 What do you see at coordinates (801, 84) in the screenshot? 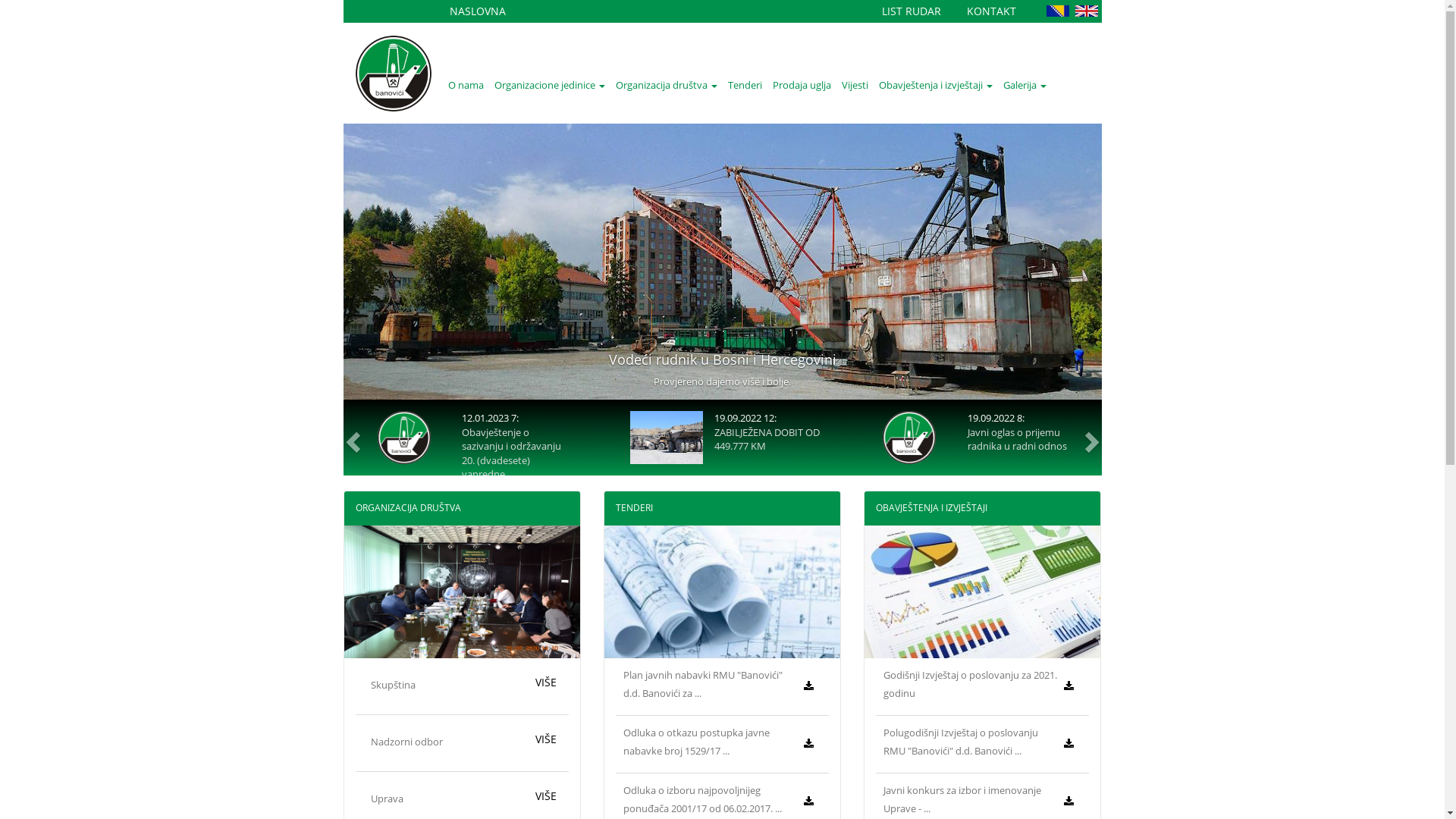
I see `'Prodaja uglja'` at bounding box center [801, 84].